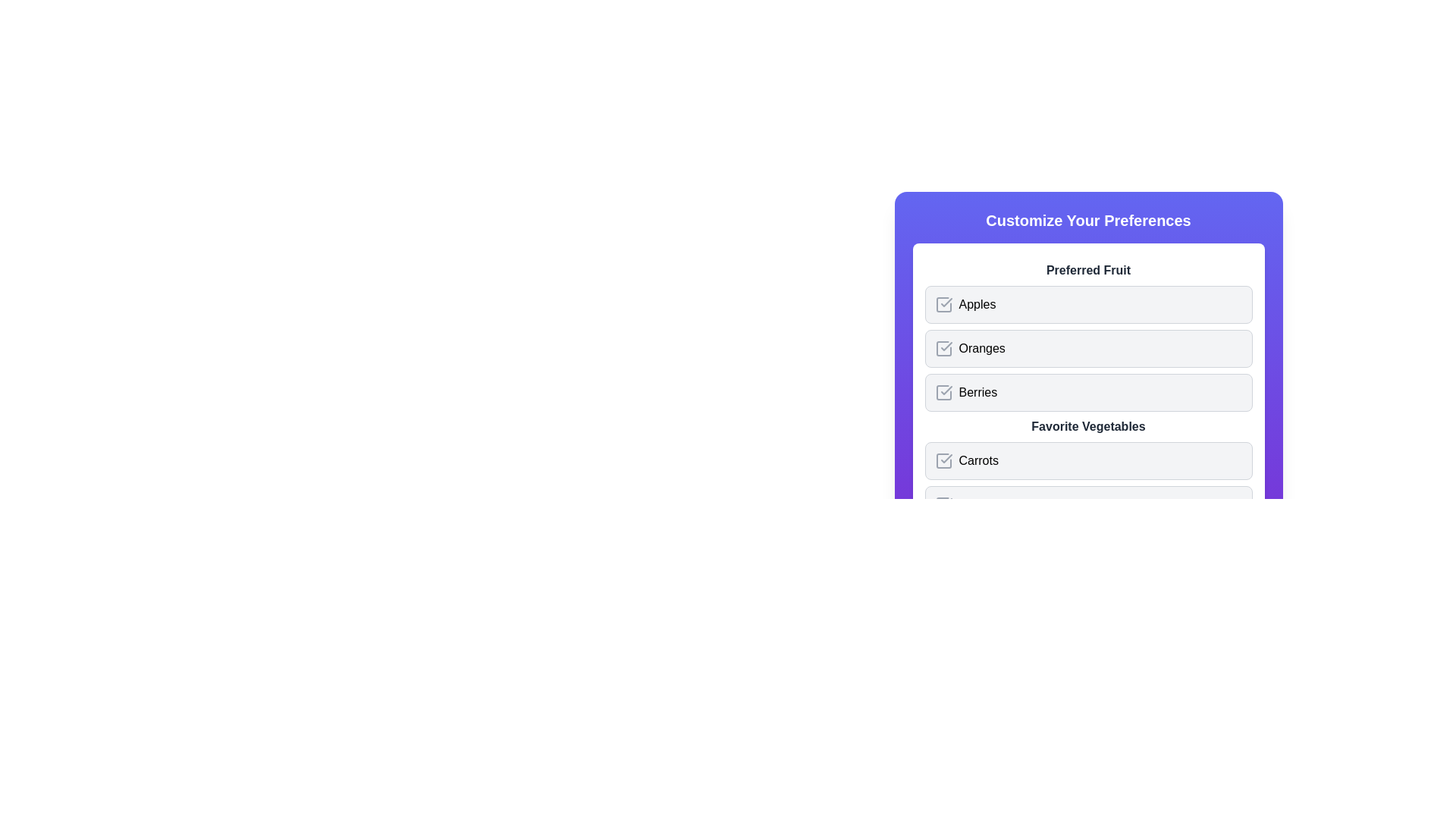 This screenshot has width=1456, height=819. Describe the element at coordinates (1087, 460) in the screenshot. I see `the 'Carrots' checkbox` at that location.